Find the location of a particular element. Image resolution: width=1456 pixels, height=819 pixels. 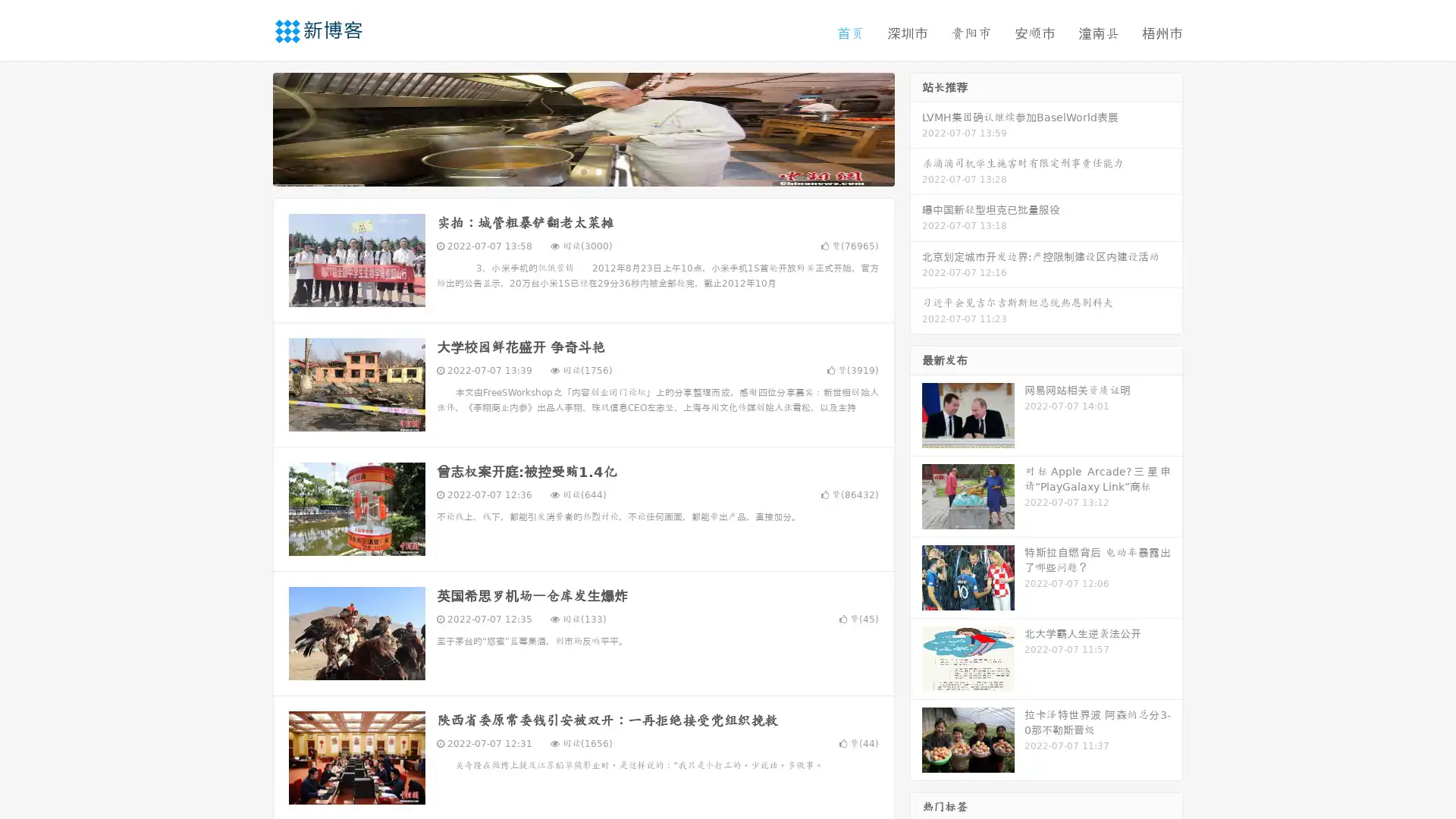

Next slide is located at coordinates (916, 127).